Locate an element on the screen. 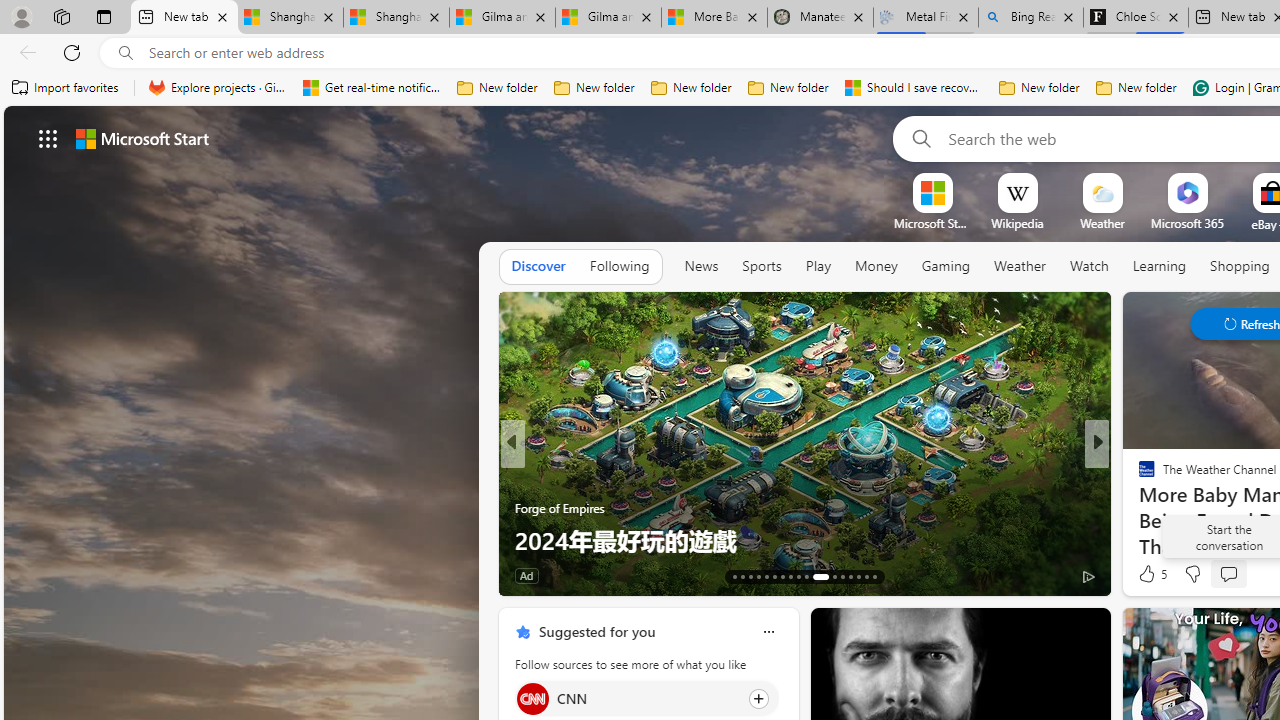  '16 Like' is located at coordinates (1149, 575).